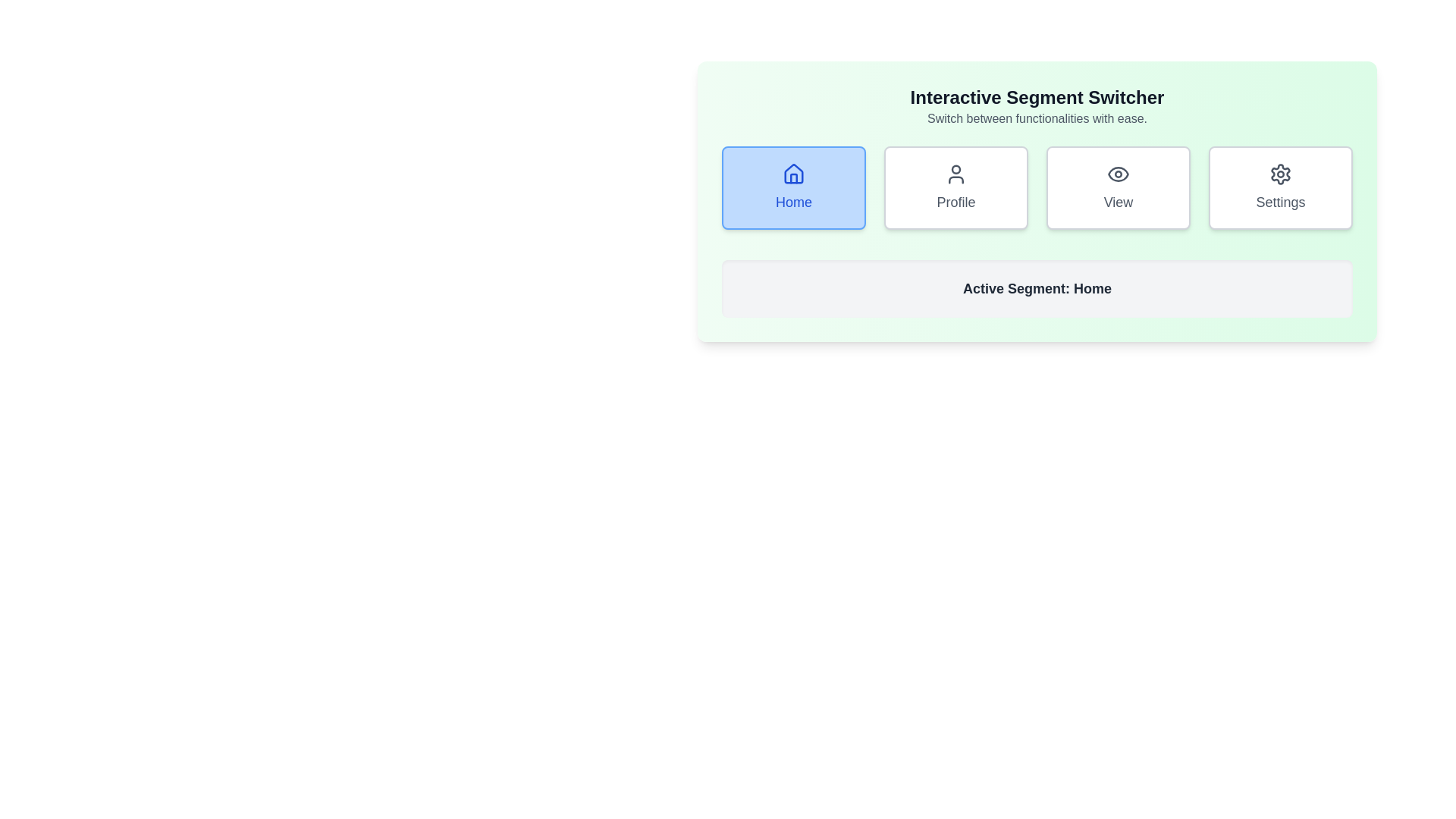 This screenshot has width=1456, height=819. I want to click on the text block that provides auxiliary information about the 'Interactive Segment Switcher' heading, located at the top-center of the green background area, so click(1037, 118).